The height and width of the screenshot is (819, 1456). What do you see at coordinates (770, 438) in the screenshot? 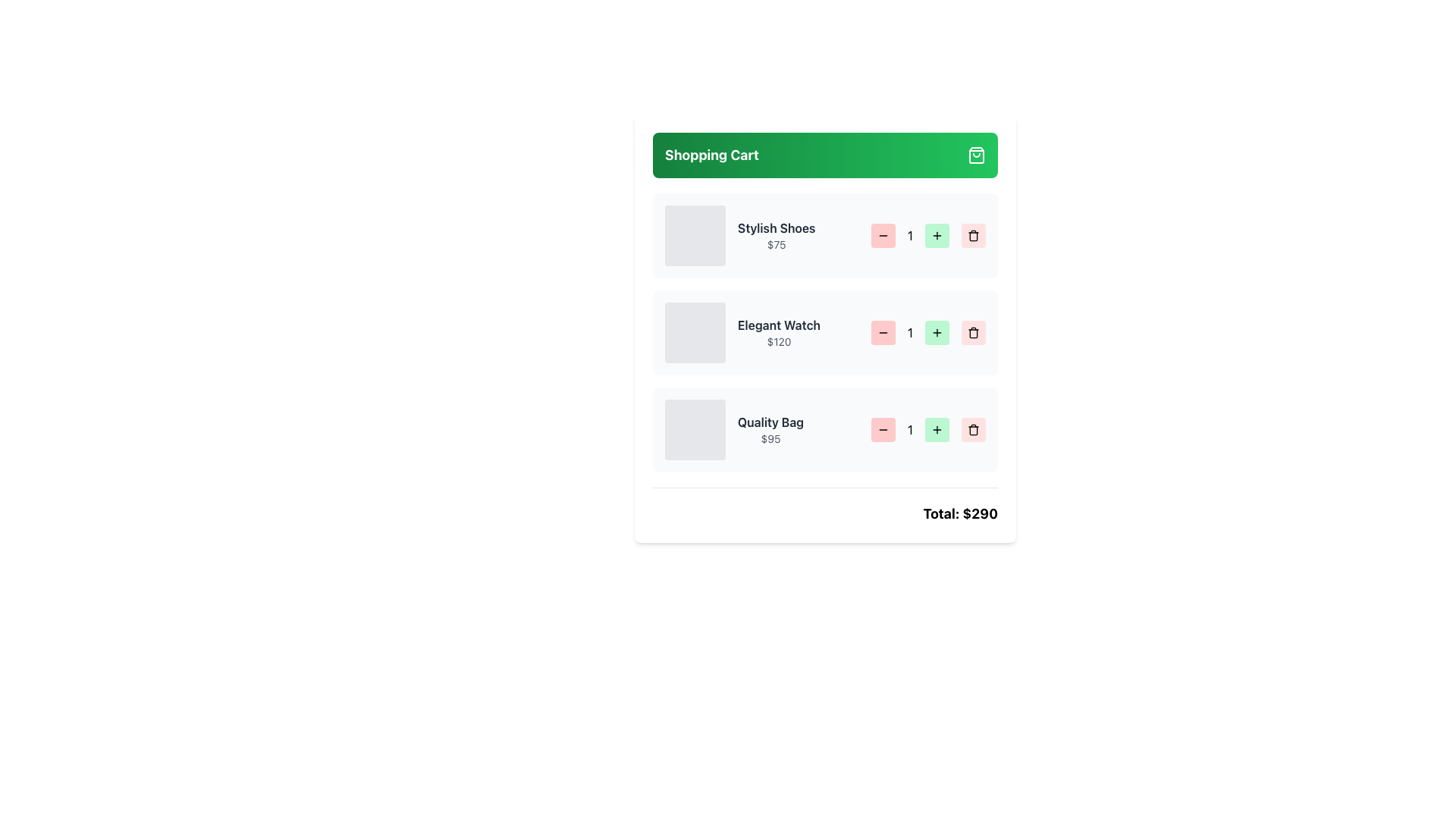
I see `the price text label for the 'Quality Bag' item in the shopping cart, located directly below the item name and aligned with the quantity adjustment buttons and image thumbnail` at bounding box center [770, 438].